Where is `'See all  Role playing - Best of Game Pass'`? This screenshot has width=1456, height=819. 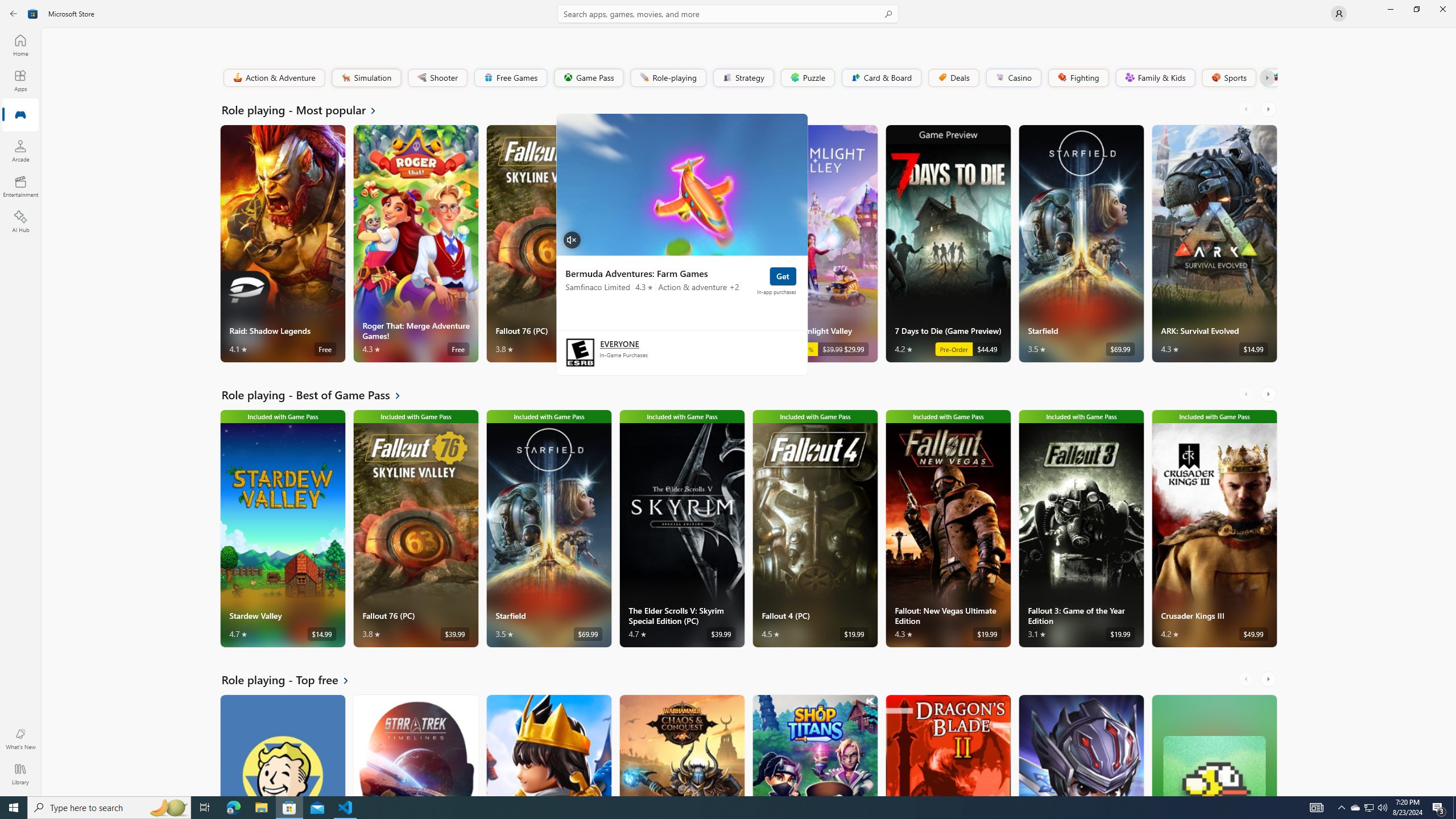
'See all  Role playing - Best of Game Pass' is located at coordinates (317, 394).